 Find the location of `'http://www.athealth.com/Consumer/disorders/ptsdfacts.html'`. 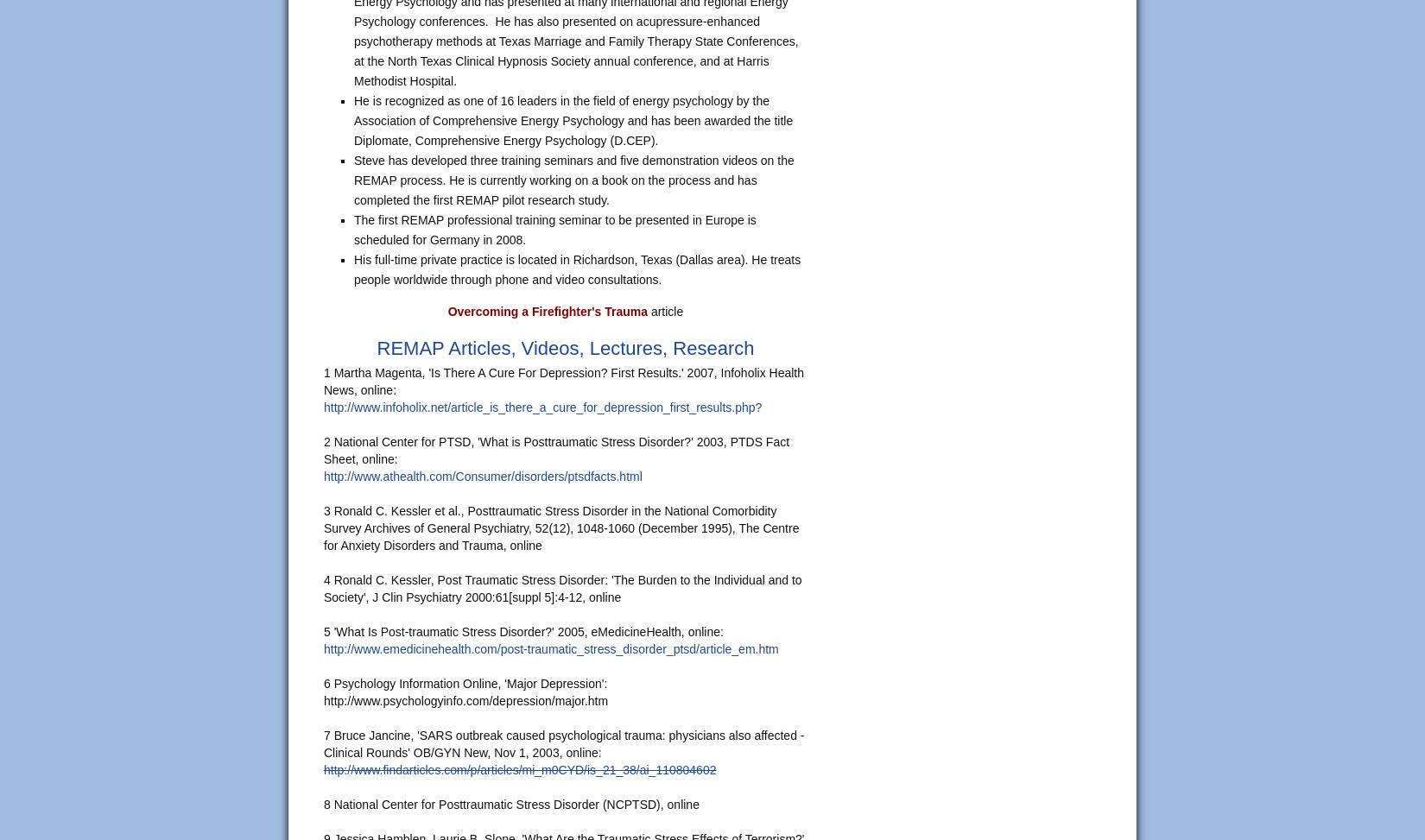

'http://www.athealth.com/Consumer/disorders/ptsdfacts.html' is located at coordinates (482, 475).